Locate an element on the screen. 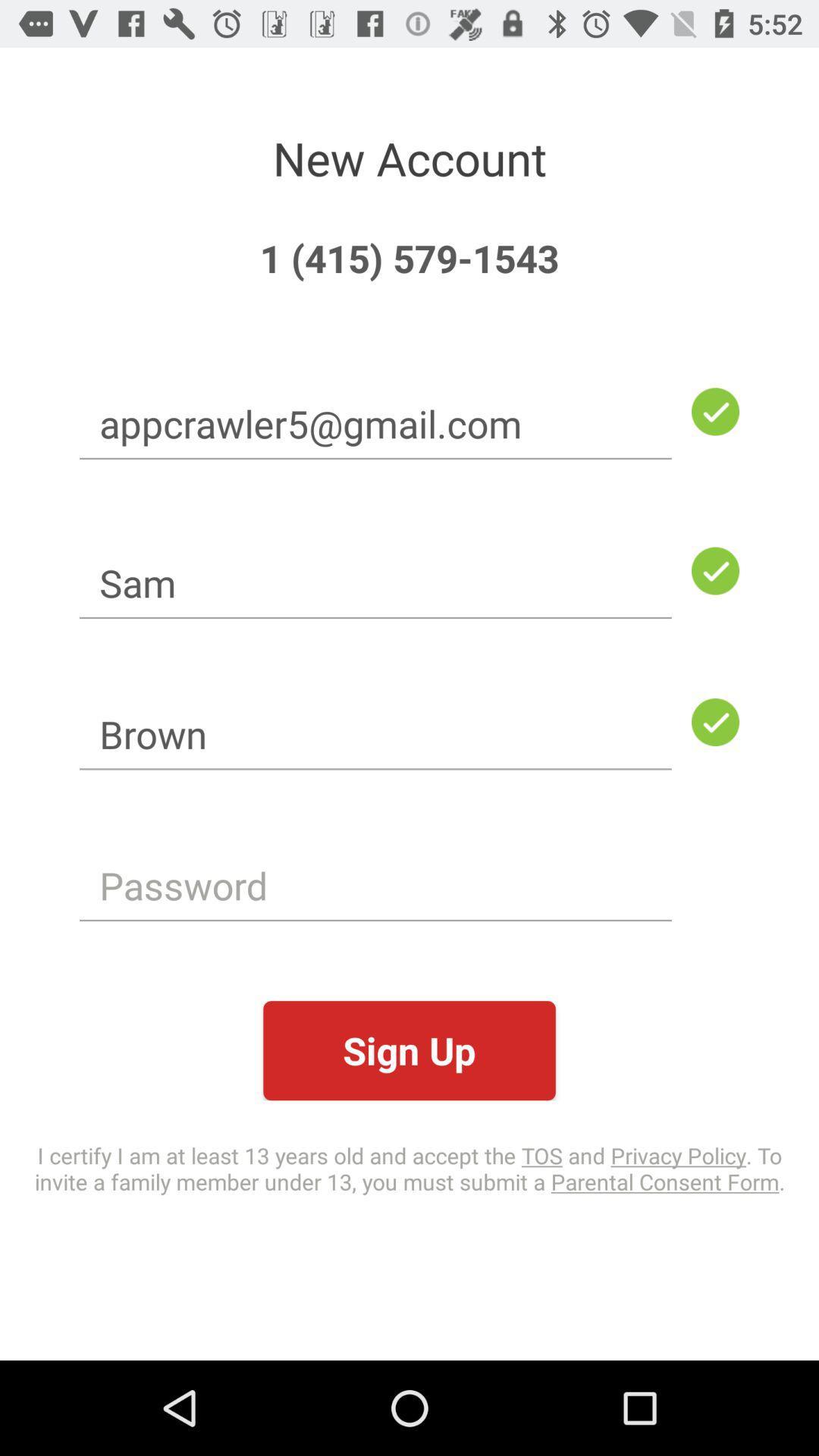  the item above brown item is located at coordinates (375, 582).